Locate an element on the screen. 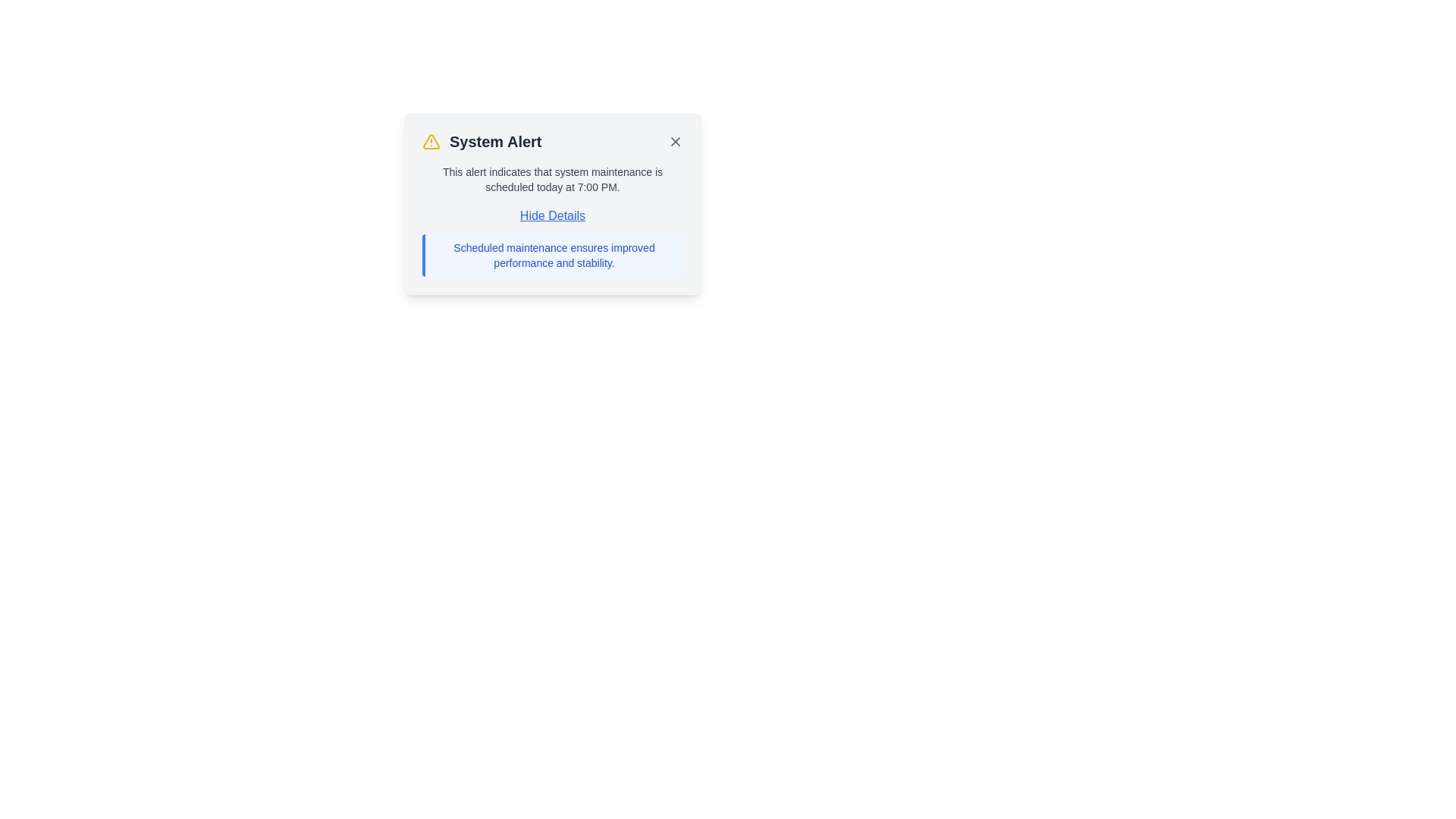 The image size is (1456, 819). the interactive text link labeled 'Hide Details' is located at coordinates (552, 216).